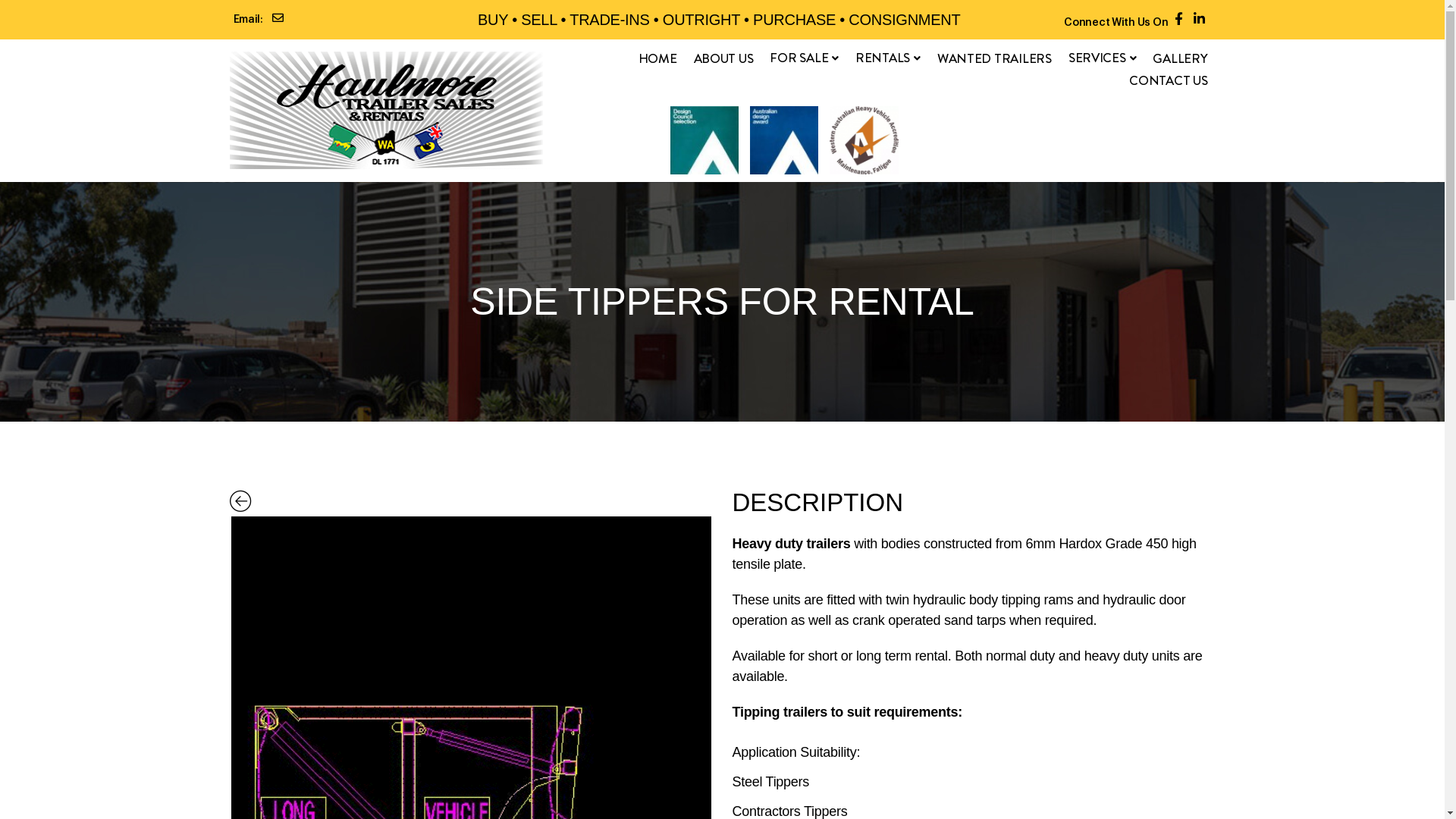  I want to click on 'CONTACT US', so click(1128, 80).